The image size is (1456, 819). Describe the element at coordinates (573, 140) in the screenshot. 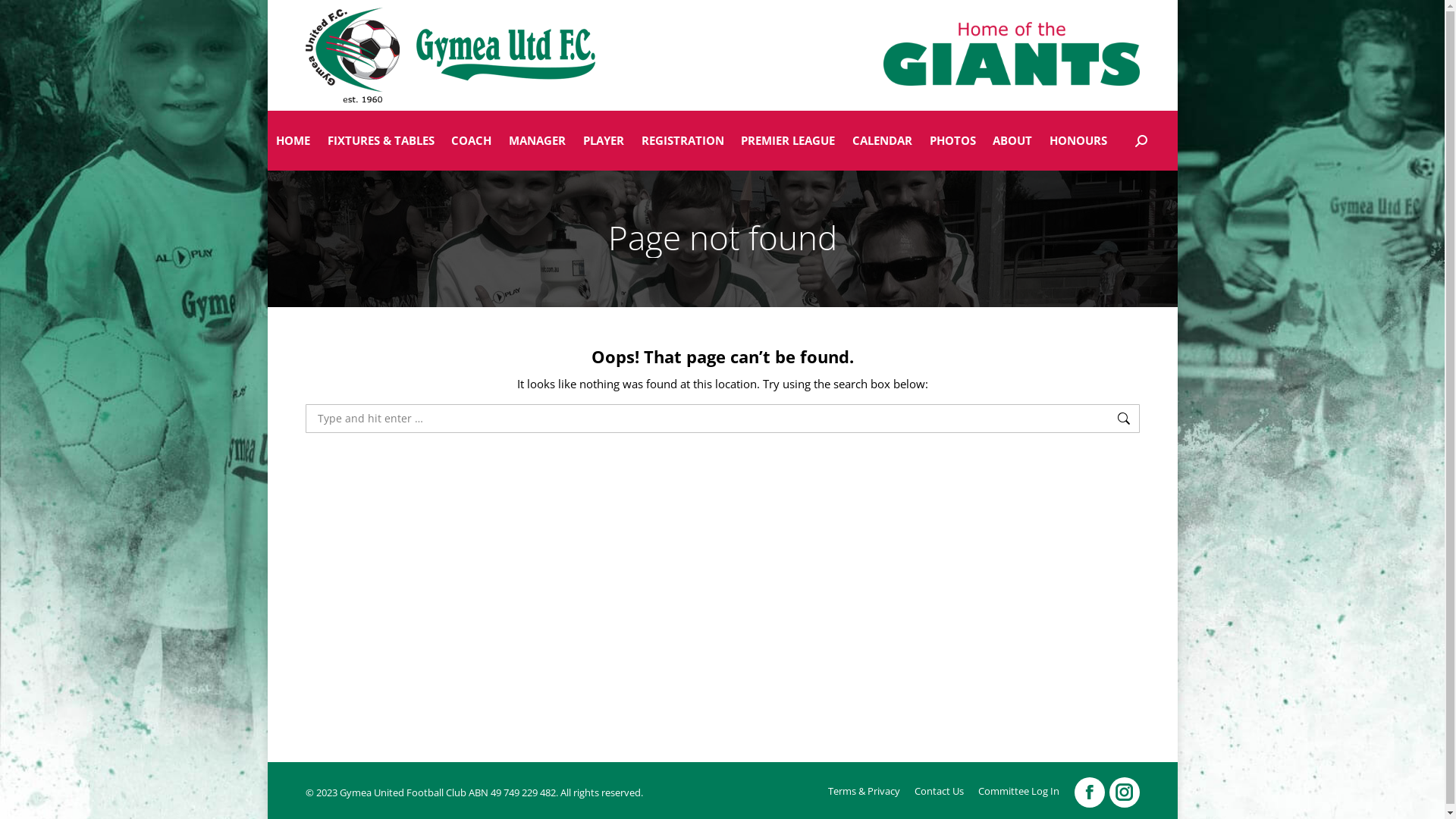

I see `'PLAYER'` at that location.